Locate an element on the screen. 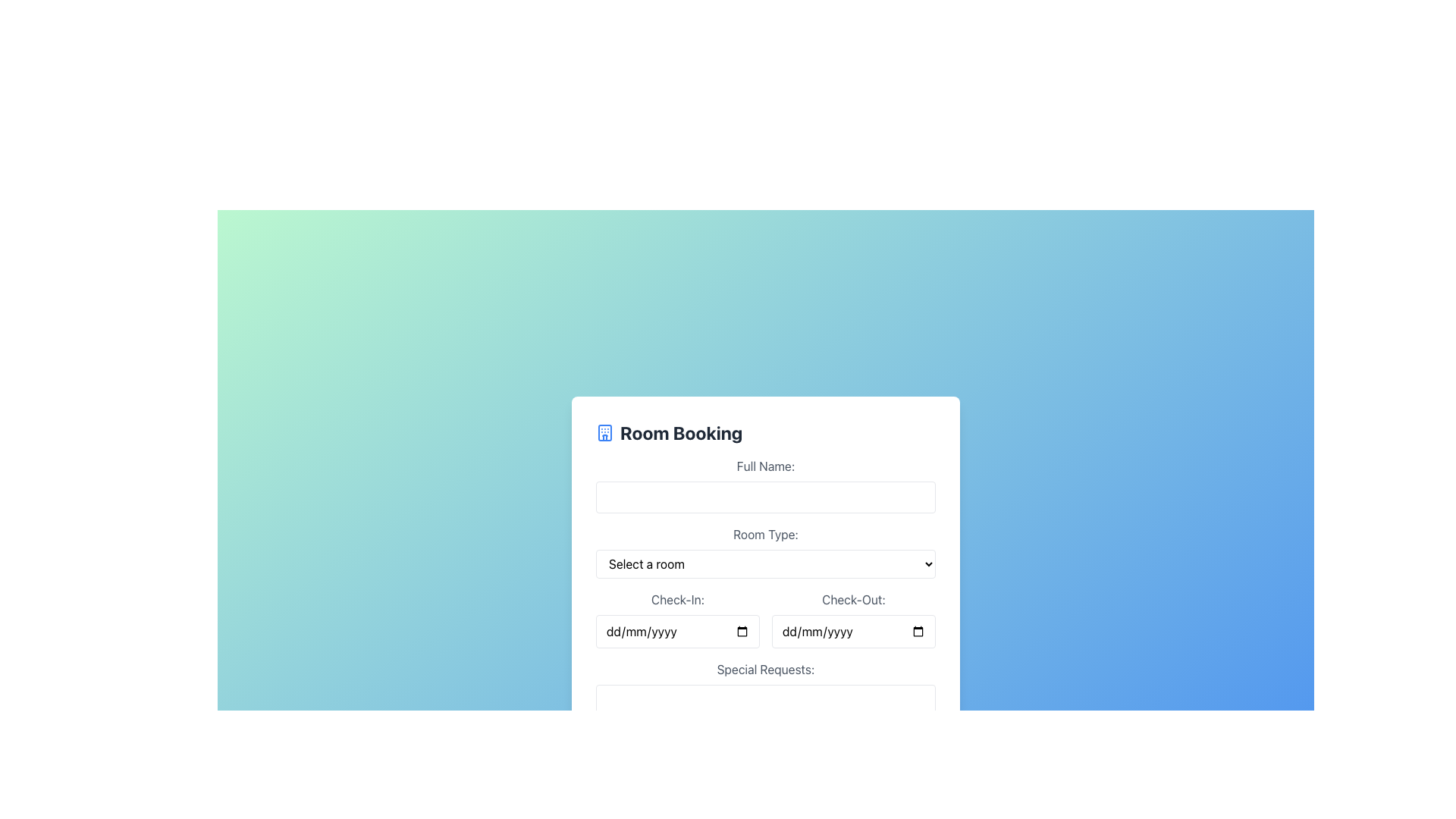 This screenshot has height=819, width=1456. the text label that reads 'Check-Out:' styled in gray and aligned with the input field below it is located at coordinates (854, 598).